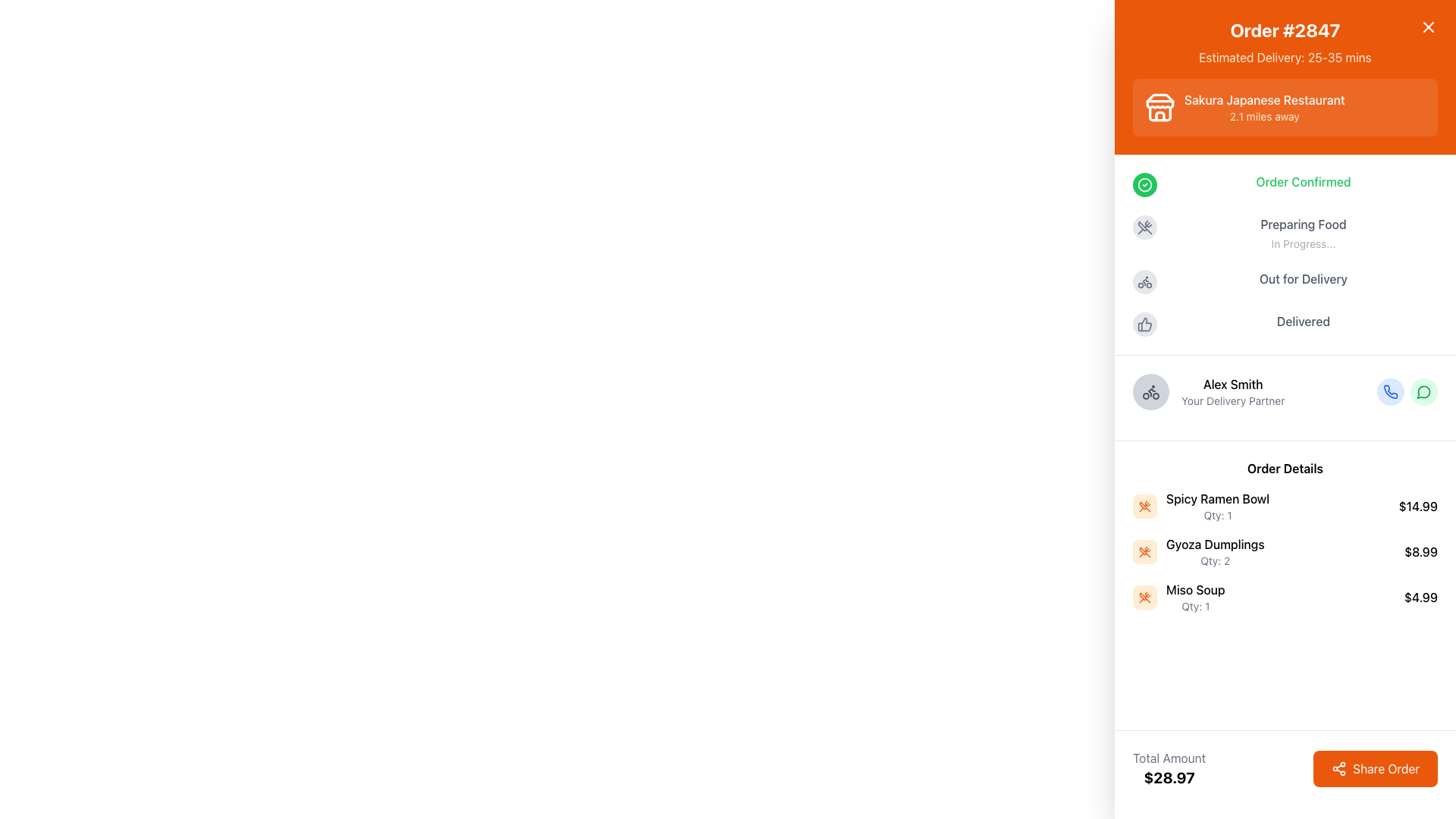 This screenshot has height=819, width=1456. What do you see at coordinates (1215, 552) in the screenshot?
I see `the text element displaying item details for 'Gyoza Dumplings' in the order summary, located in the 'Order Details' section of the right-hand sidebar, as the second item in the list` at bounding box center [1215, 552].